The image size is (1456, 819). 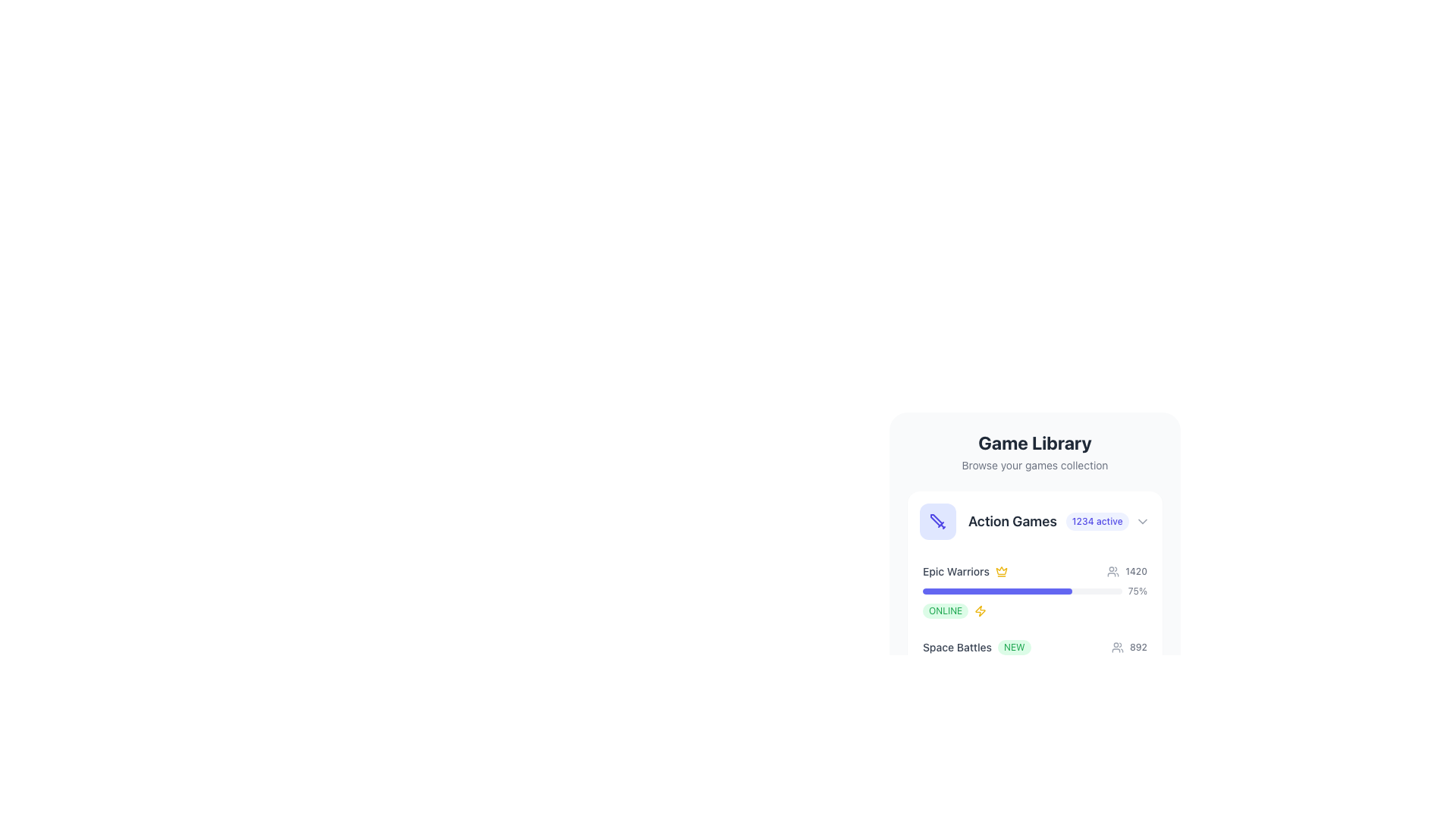 I want to click on the progress bar located beneath the 'Epic Warriors' title and above the 'ONLINE' label, which visually represents the percentage value of progress, so click(x=1034, y=590).